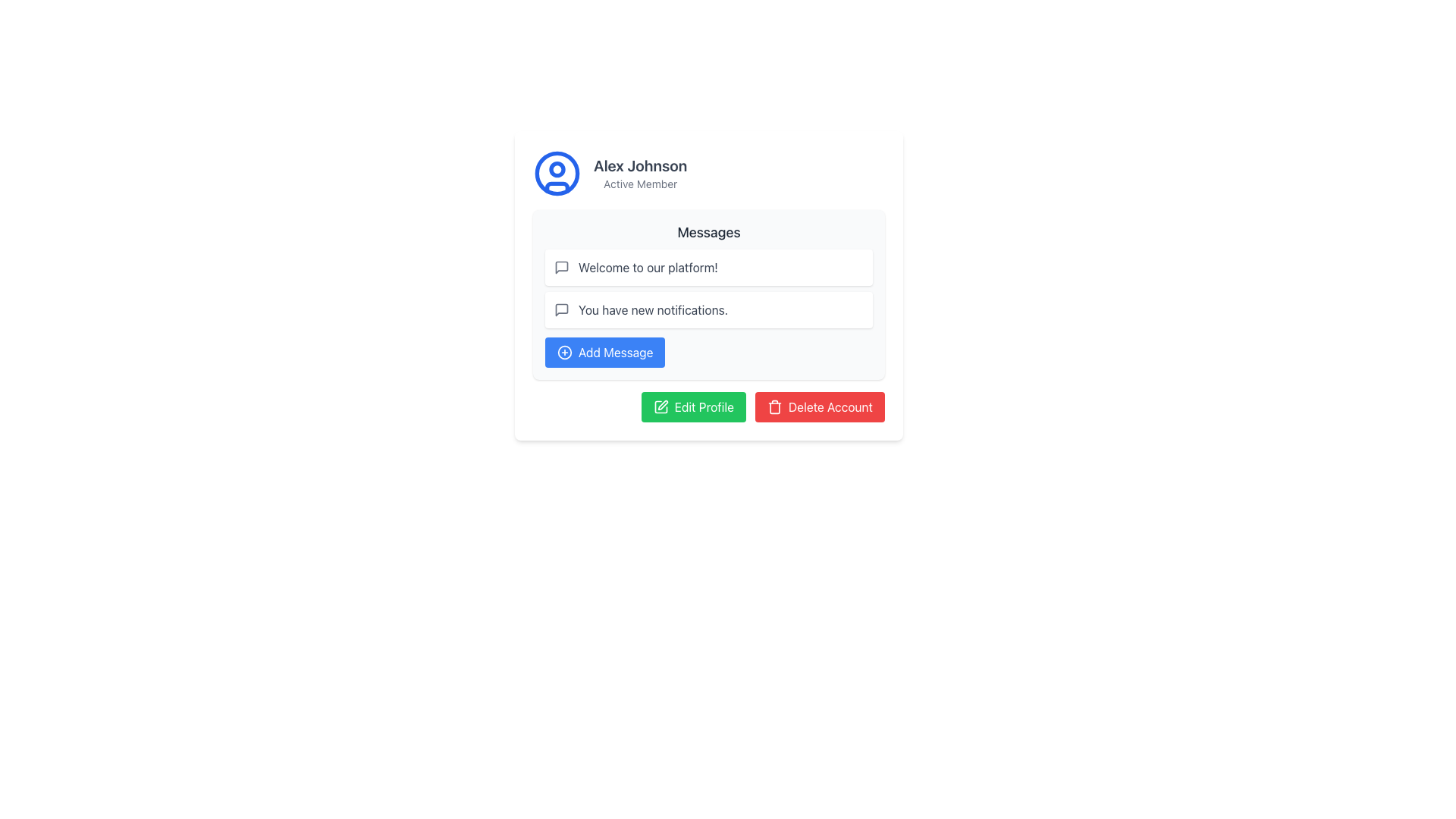 Image resolution: width=1456 pixels, height=819 pixels. What do you see at coordinates (563, 353) in the screenshot?
I see `the 'Add Message' button, which is a blue button located to the right of the circular button icon with a plus symbol` at bounding box center [563, 353].